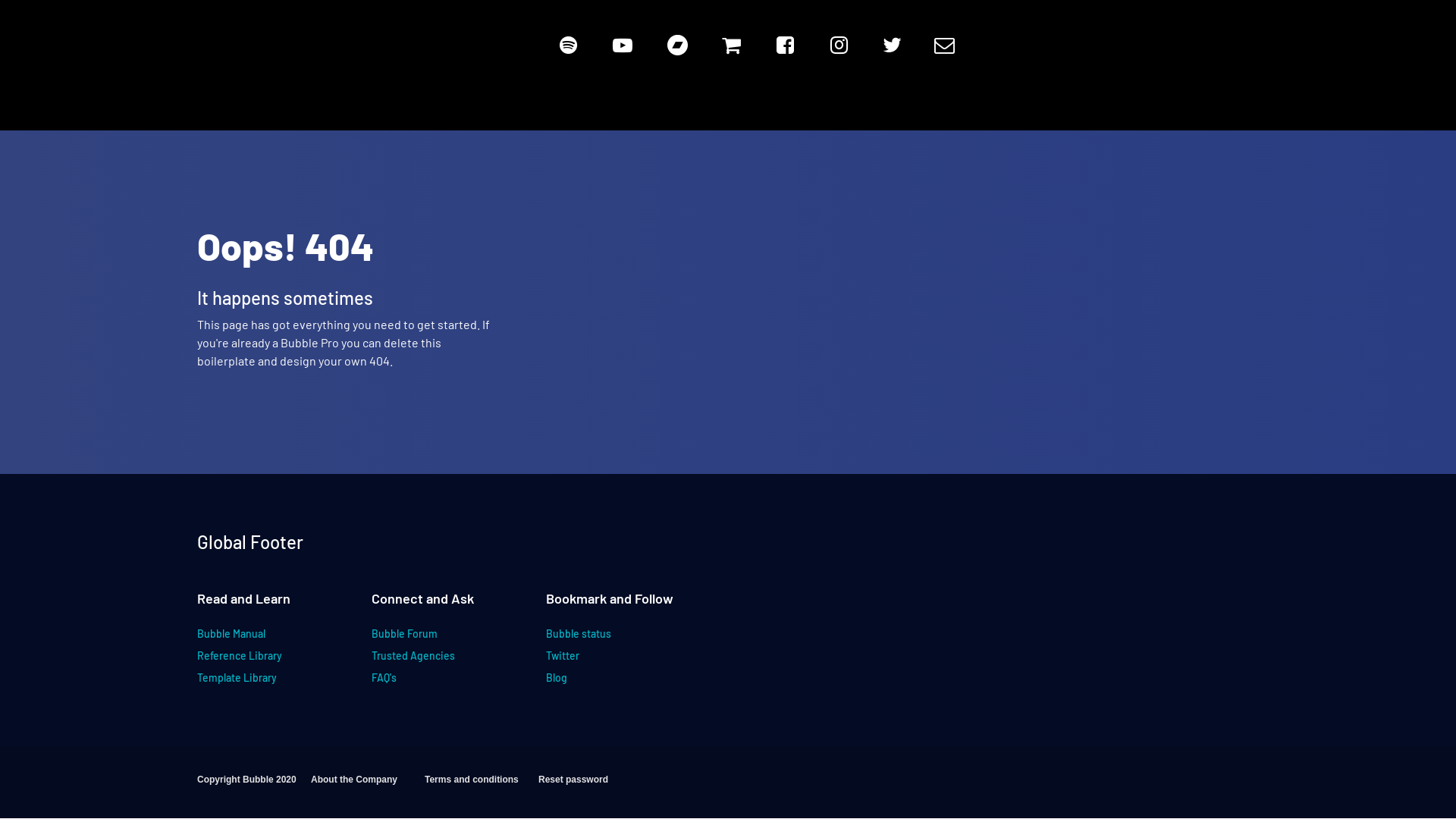  What do you see at coordinates (595, 785) in the screenshot?
I see `'Reset password'` at bounding box center [595, 785].